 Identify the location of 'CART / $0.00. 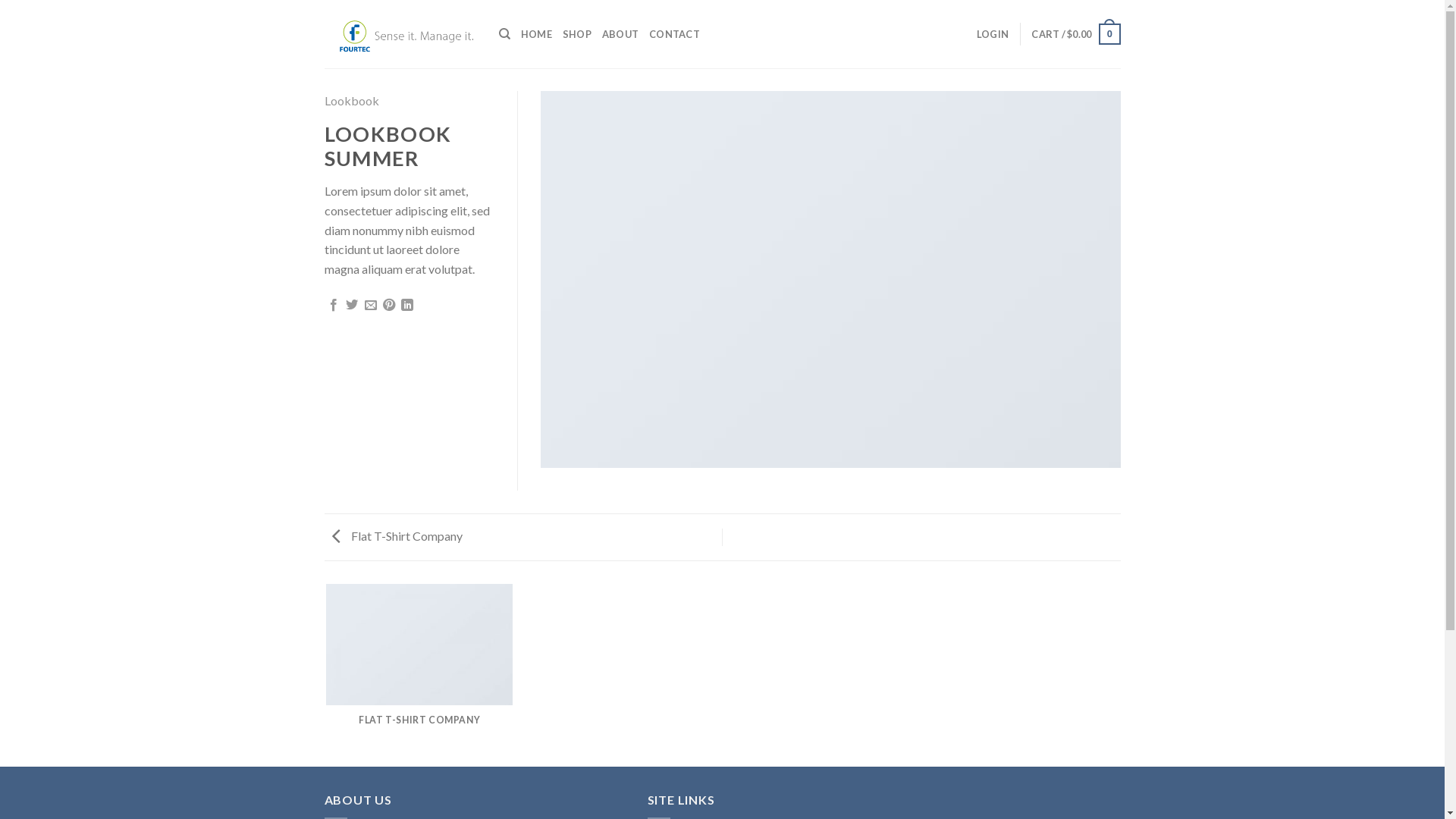
(1031, 34).